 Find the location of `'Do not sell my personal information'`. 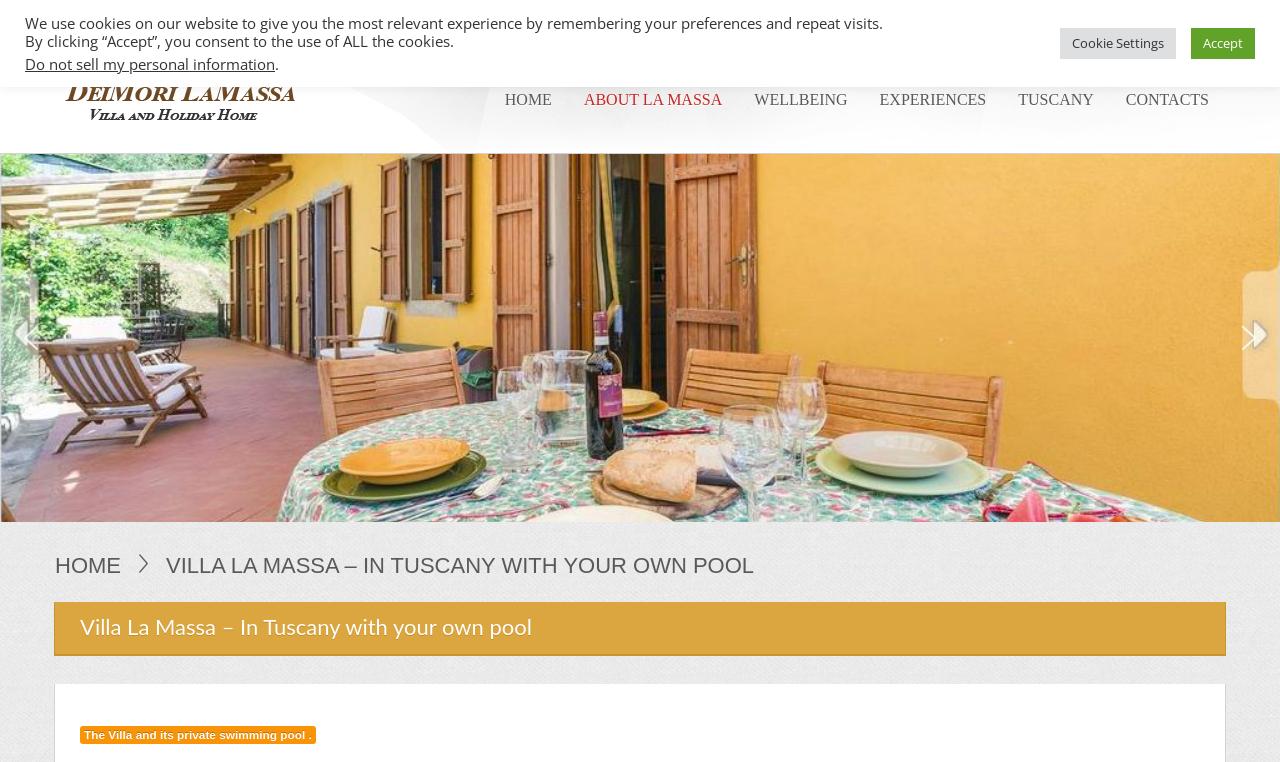

'Do not sell my personal information' is located at coordinates (149, 64).